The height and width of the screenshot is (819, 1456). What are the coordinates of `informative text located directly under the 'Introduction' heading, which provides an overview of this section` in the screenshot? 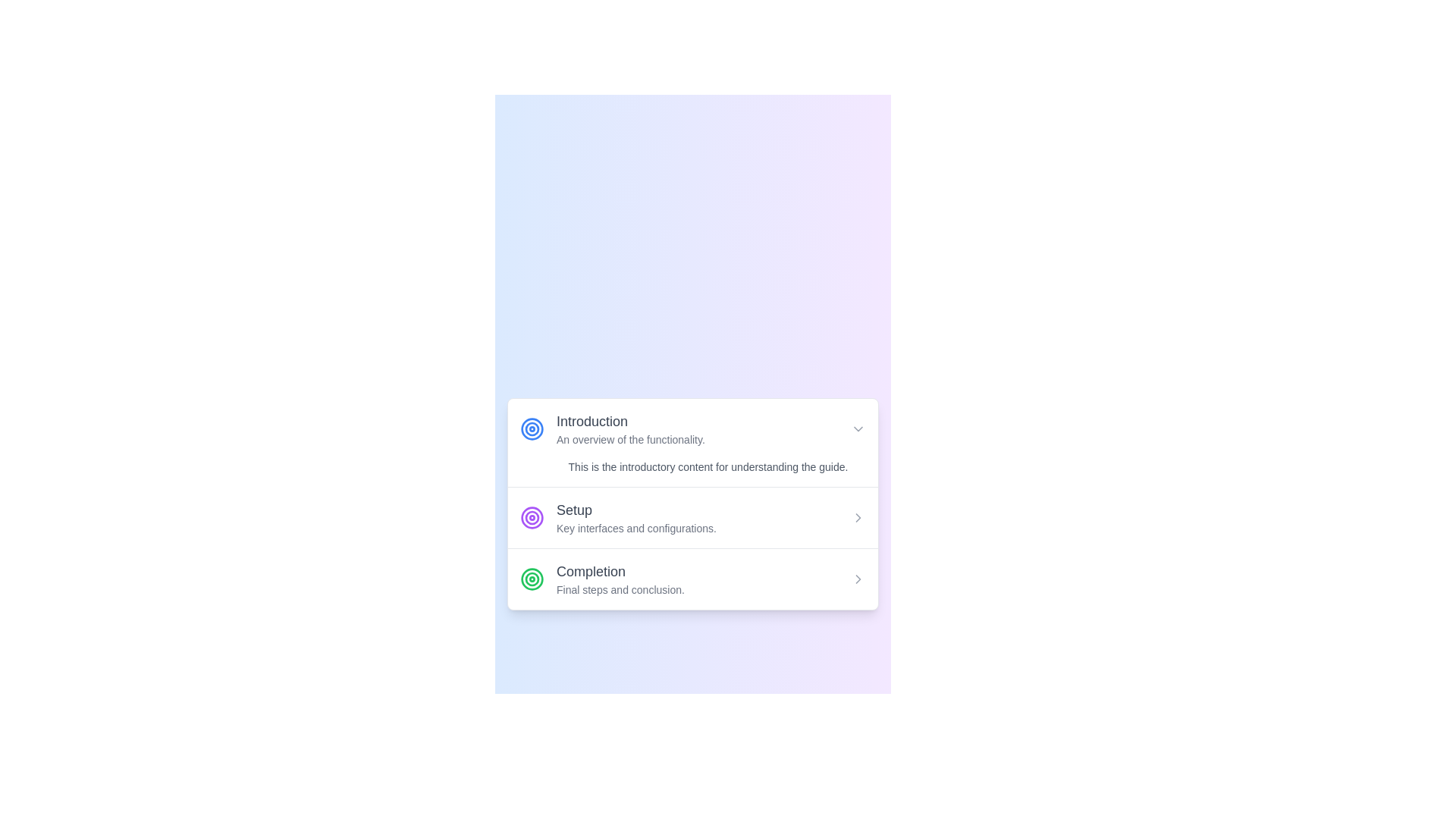 It's located at (630, 439).